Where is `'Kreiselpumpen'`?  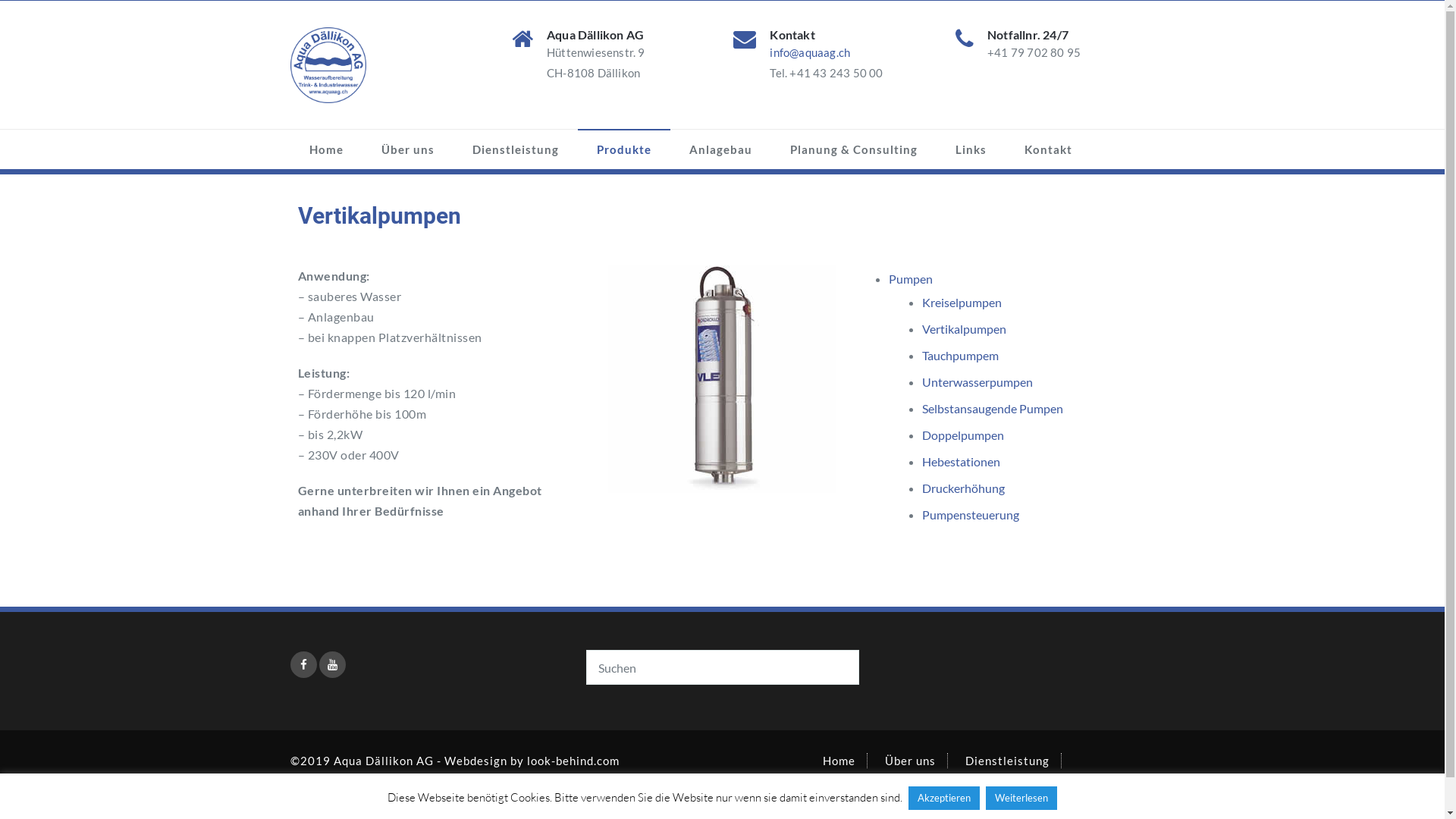 'Kreiselpumpen' is located at coordinates (961, 302).